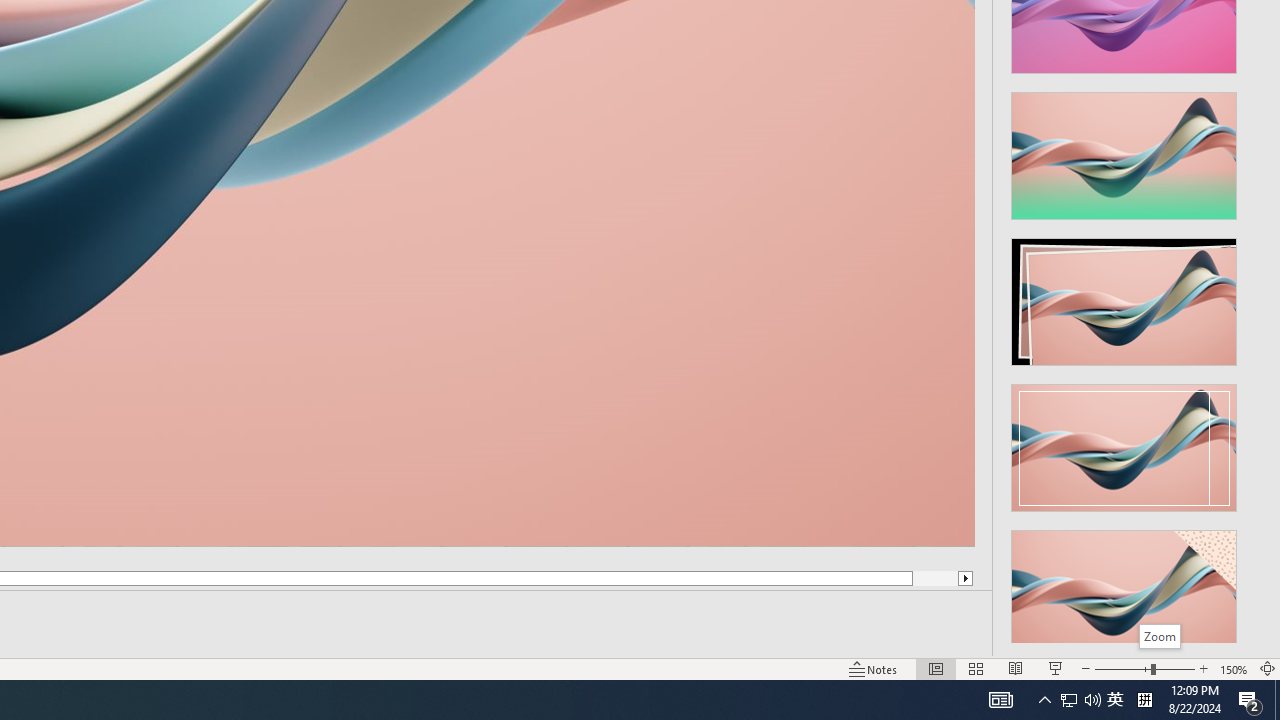 The image size is (1280, 720). What do you see at coordinates (1233, 669) in the screenshot?
I see `'Zoom 150%'` at bounding box center [1233, 669].